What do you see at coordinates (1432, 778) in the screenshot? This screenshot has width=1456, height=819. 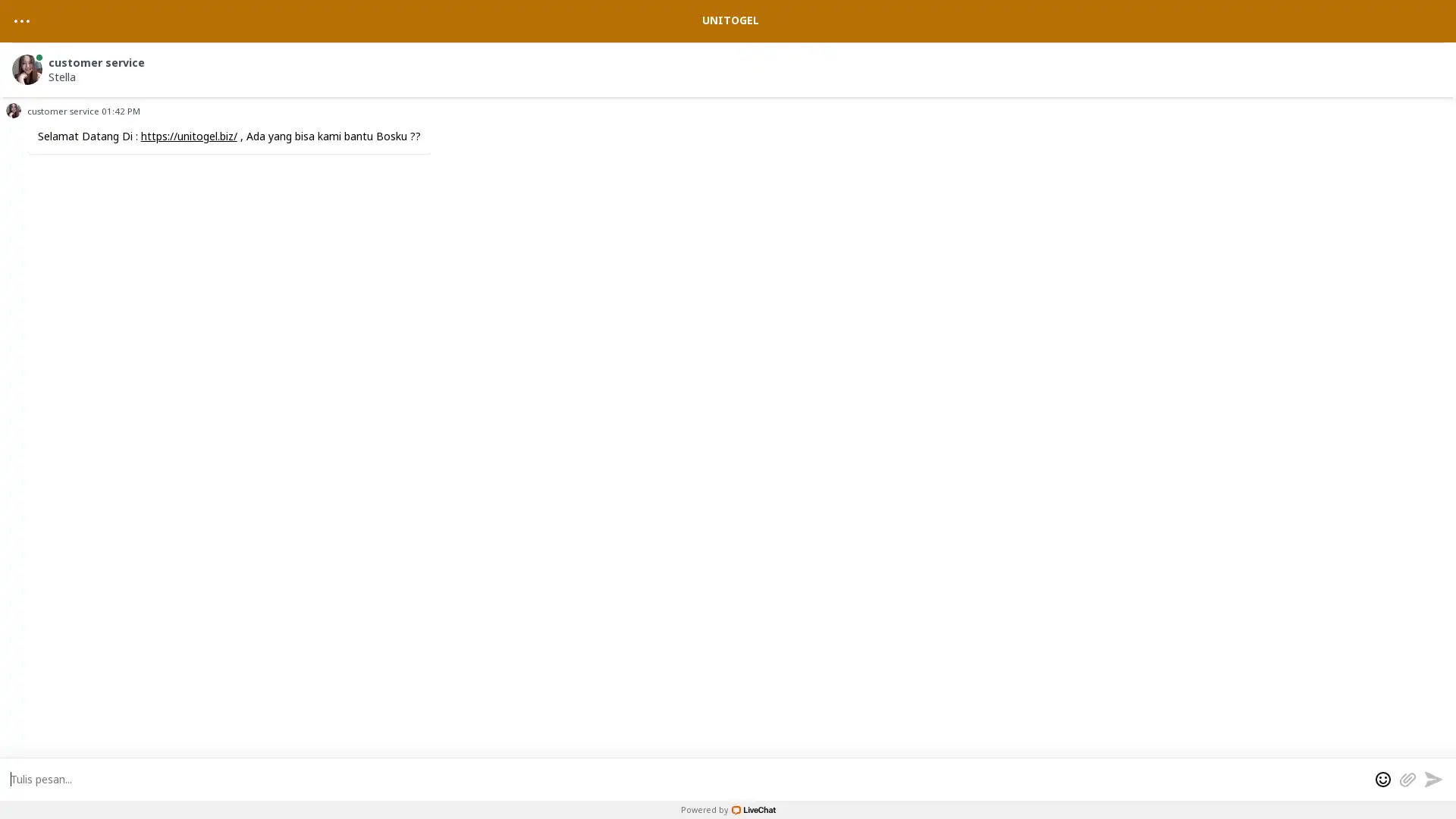 I see `Send a message` at bounding box center [1432, 778].